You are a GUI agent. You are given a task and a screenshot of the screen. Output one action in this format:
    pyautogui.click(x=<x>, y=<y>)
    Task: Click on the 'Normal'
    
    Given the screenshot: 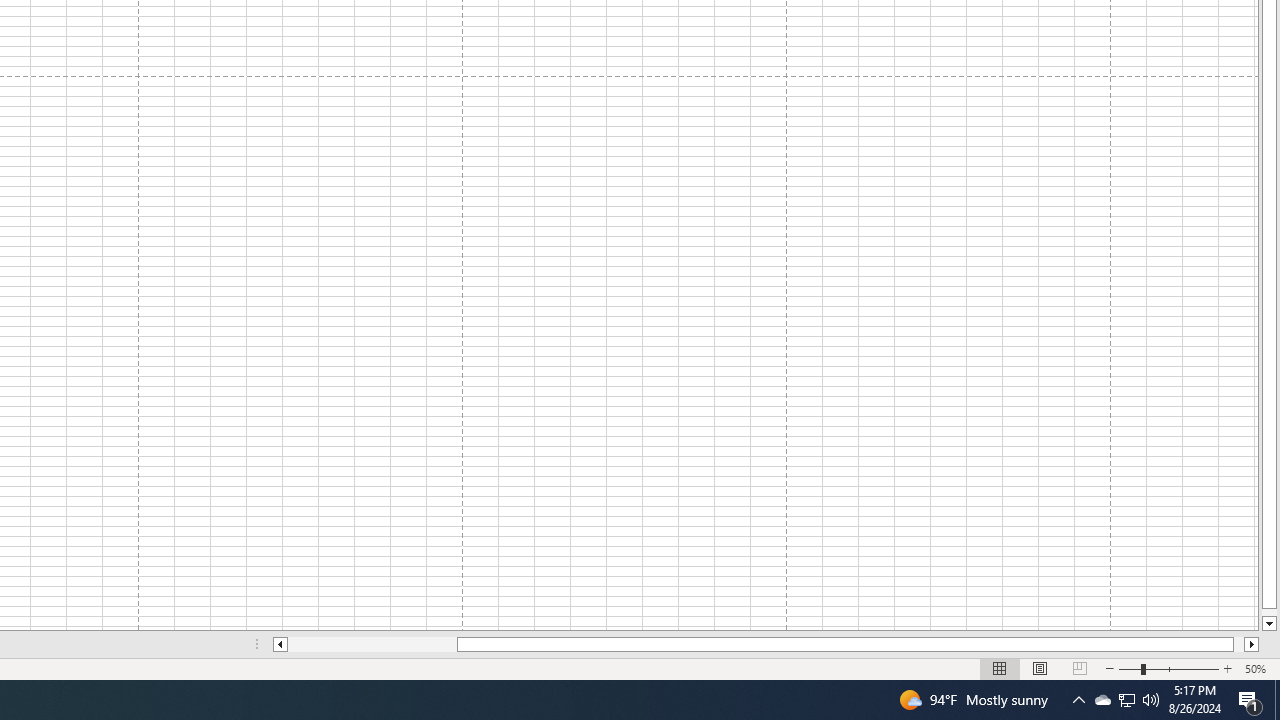 What is the action you would take?
    pyautogui.click(x=1000, y=669)
    